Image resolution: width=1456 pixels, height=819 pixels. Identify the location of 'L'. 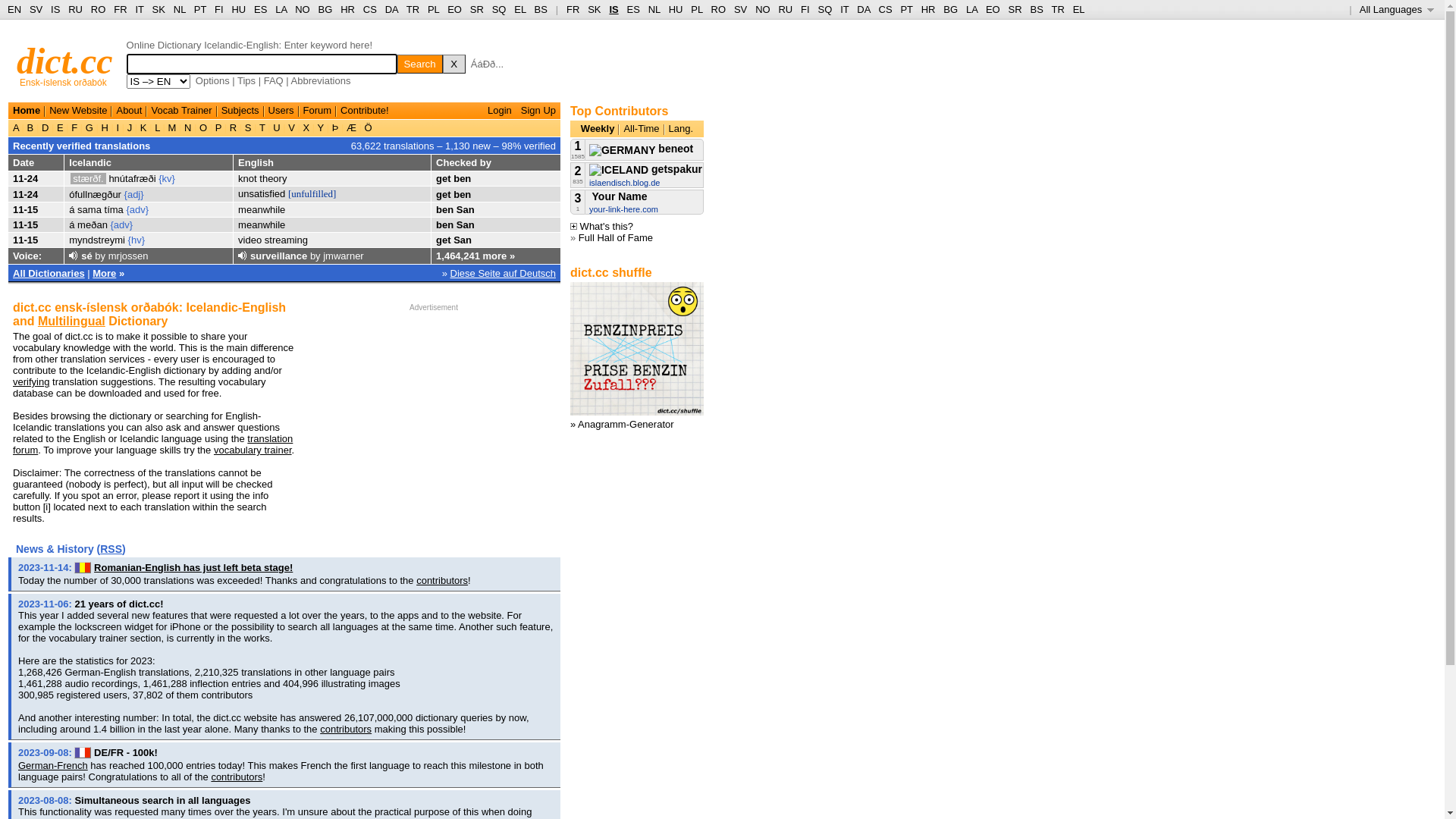
(157, 127).